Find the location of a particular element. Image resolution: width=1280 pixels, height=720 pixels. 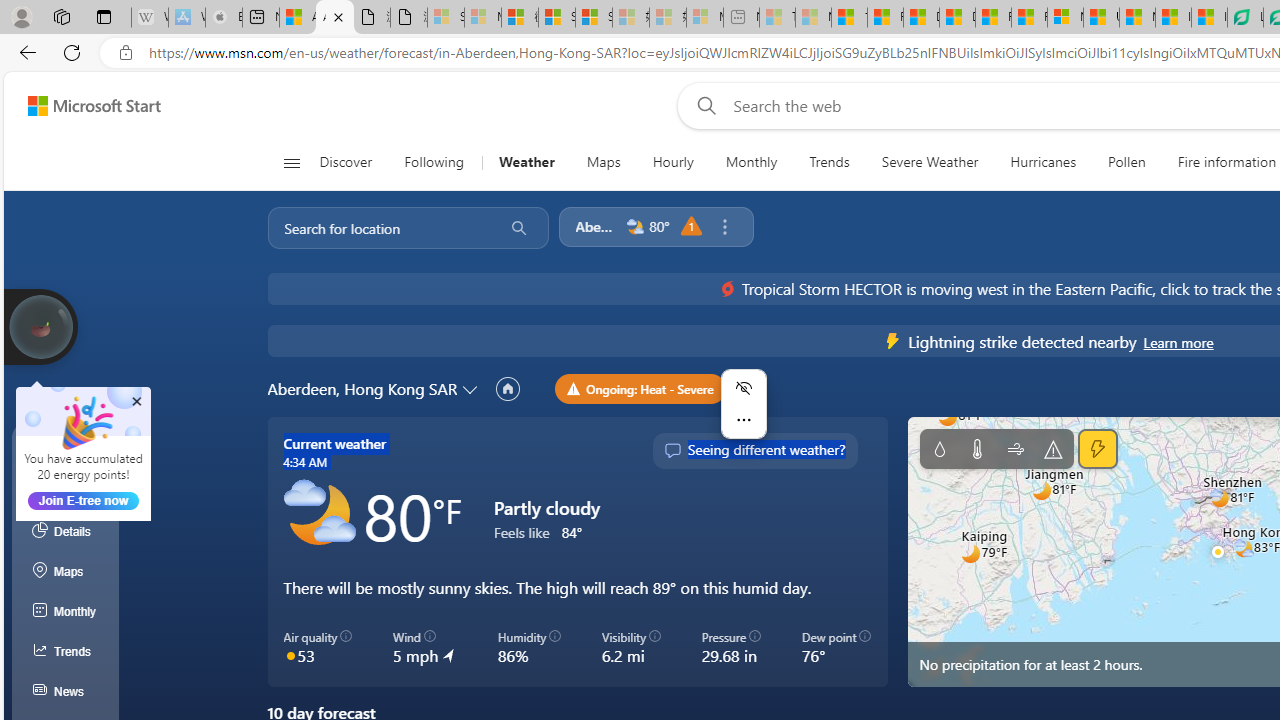

'Severe Weather' is located at coordinates (928, 162).